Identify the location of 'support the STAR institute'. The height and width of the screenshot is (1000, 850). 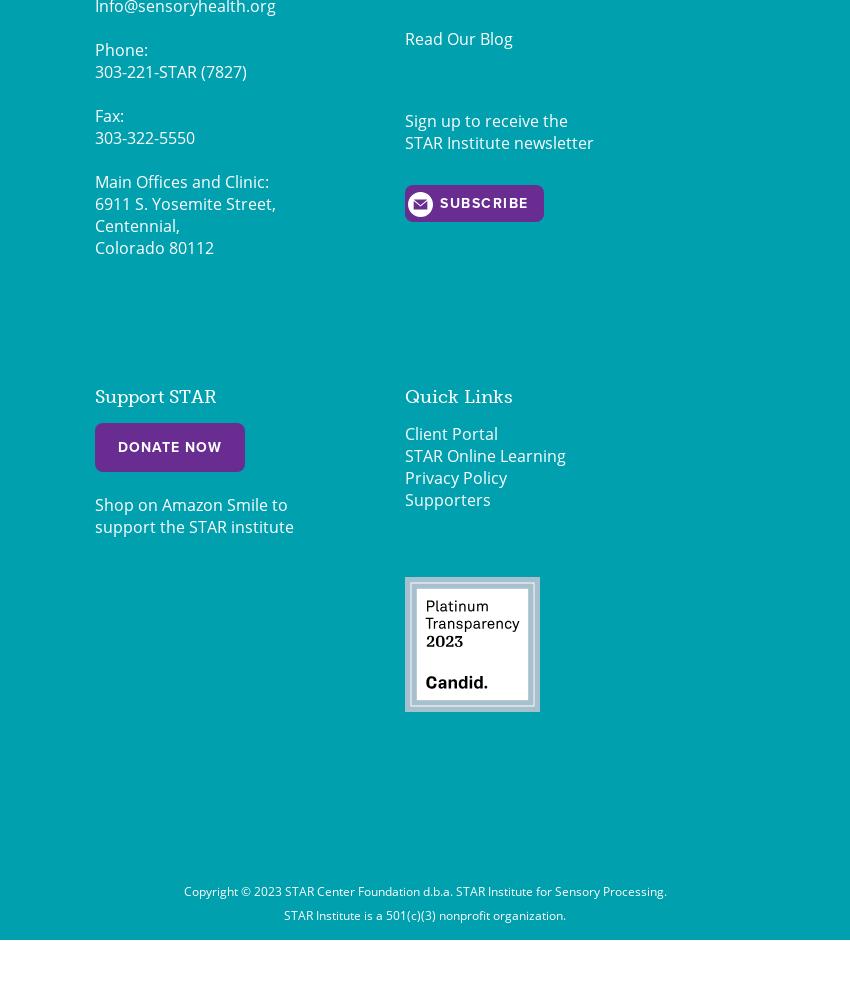
(193, 526).